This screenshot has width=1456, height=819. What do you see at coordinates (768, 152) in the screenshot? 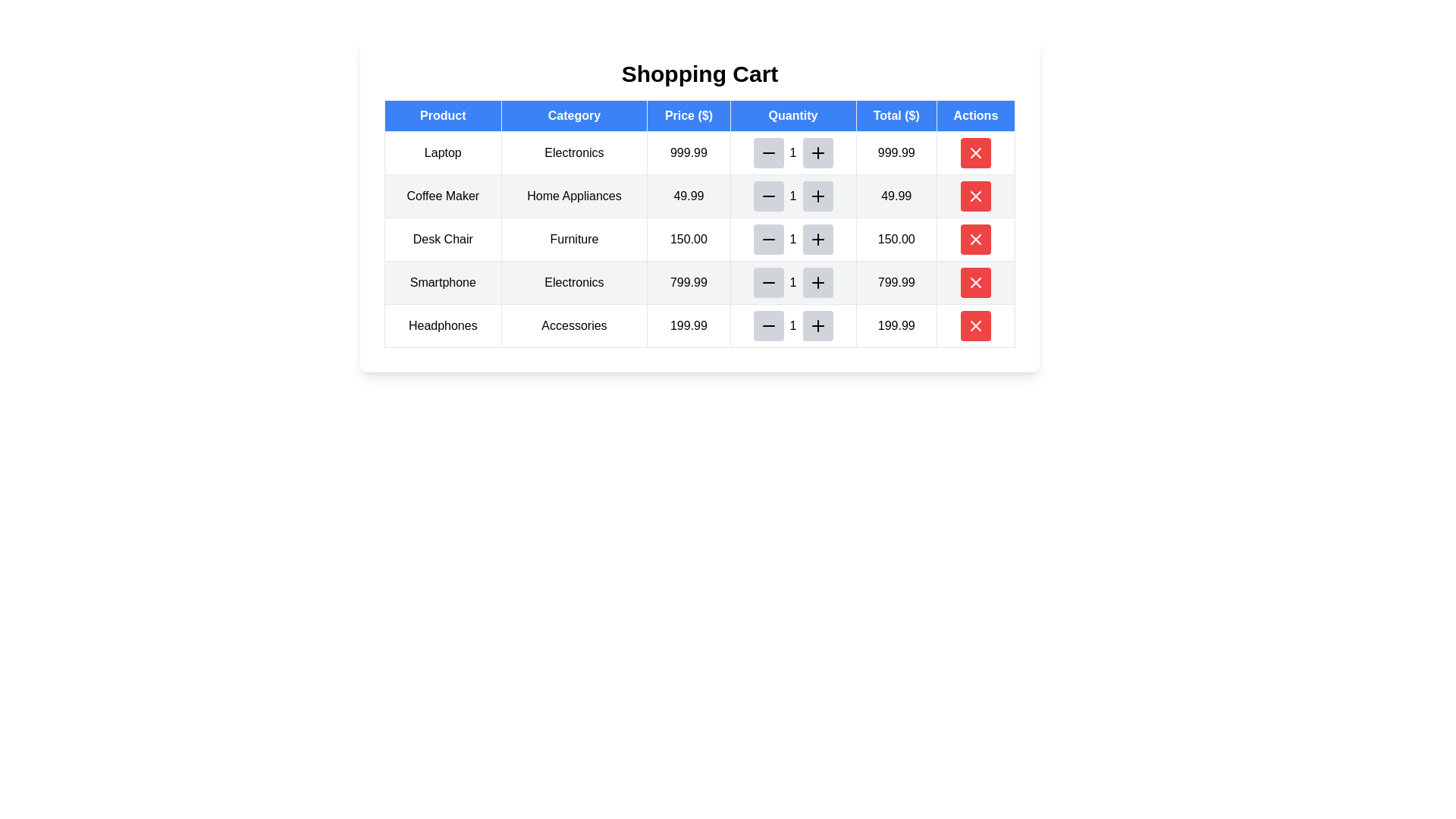
I see `the 'decrease quantity' button in the shopping cart interface to reduce the item's quantity by one` at bounding box center [768, 152].